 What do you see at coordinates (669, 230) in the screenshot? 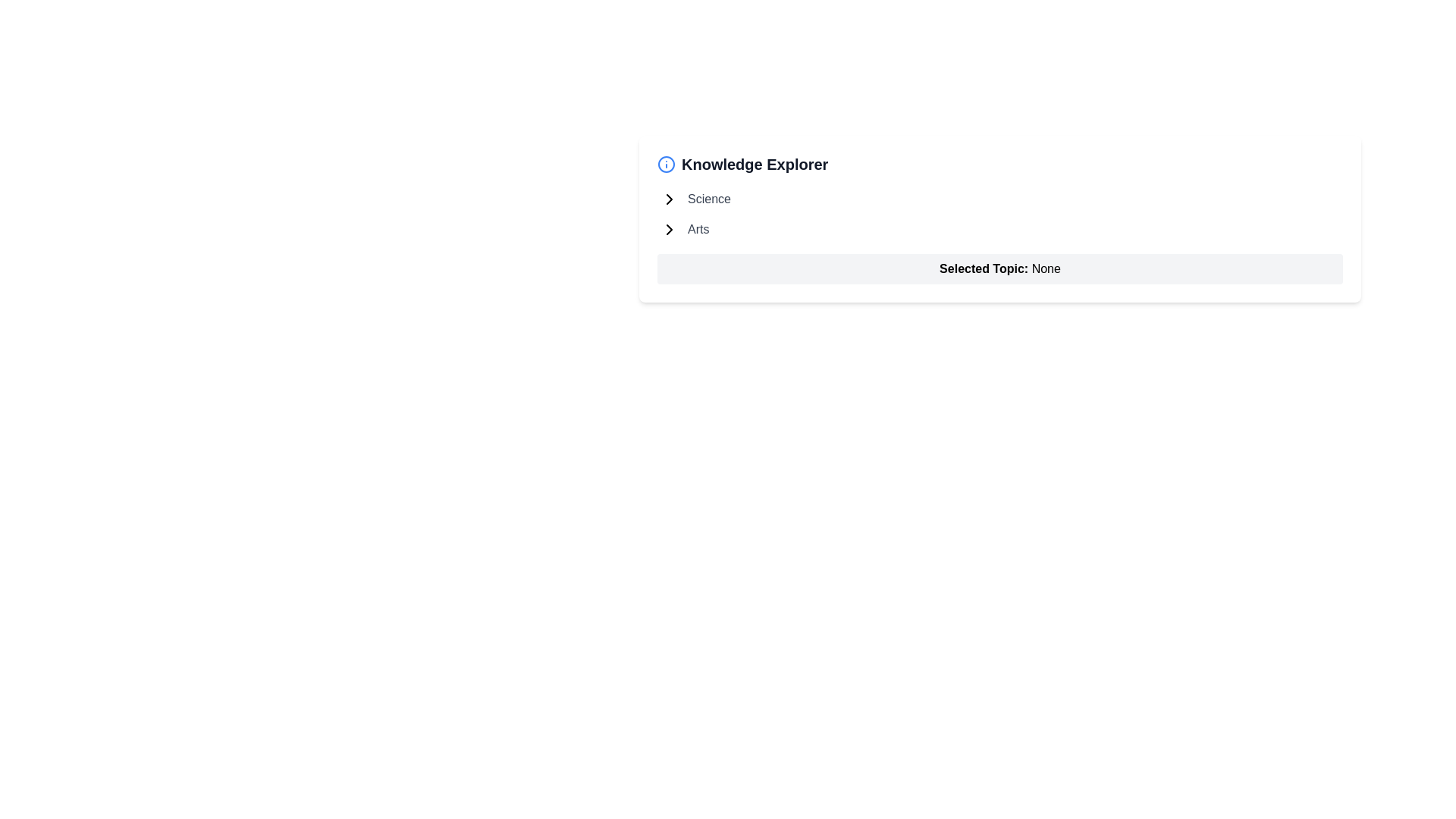
I see `the icon that indicates the navigational option for expanding or collapsing the 'Arts' section, located to the left of the text 'Arts'` at bounding box center [669, 230].